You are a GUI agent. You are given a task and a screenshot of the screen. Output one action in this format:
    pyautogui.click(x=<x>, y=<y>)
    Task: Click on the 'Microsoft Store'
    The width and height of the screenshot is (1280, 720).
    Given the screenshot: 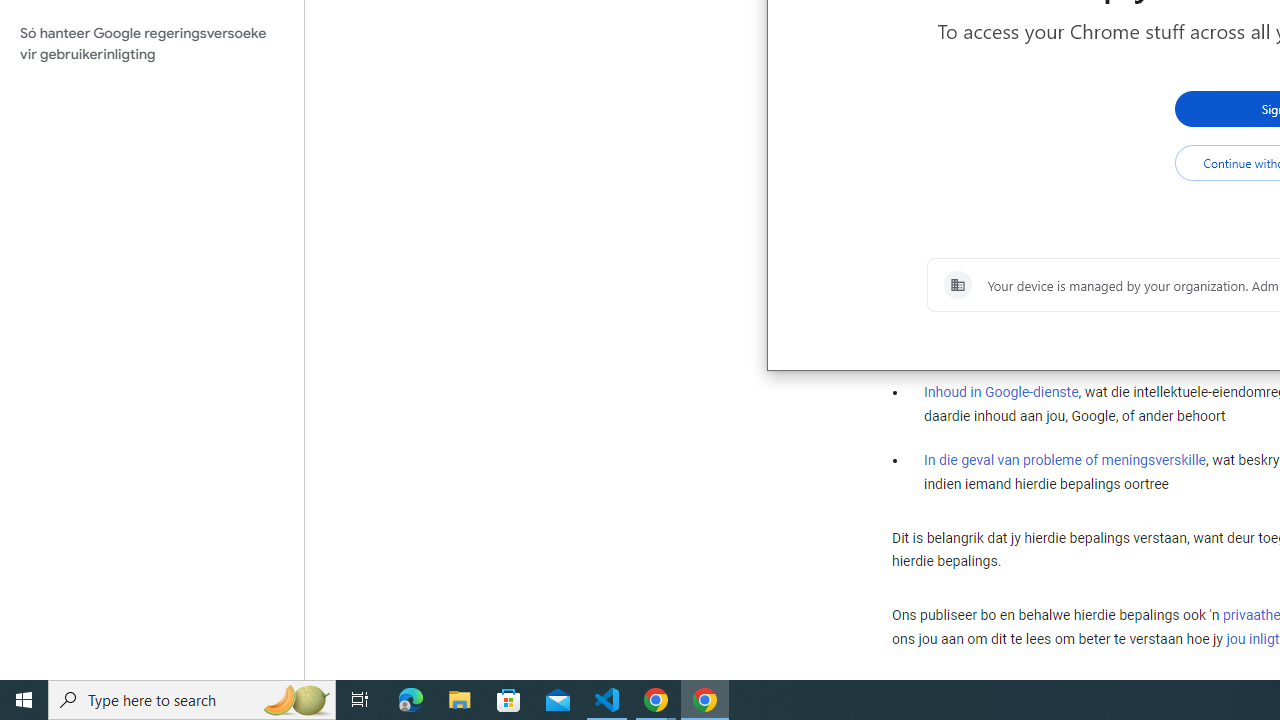 What is the action you would take?
    pyautogui.click(x=509, y=698)
    